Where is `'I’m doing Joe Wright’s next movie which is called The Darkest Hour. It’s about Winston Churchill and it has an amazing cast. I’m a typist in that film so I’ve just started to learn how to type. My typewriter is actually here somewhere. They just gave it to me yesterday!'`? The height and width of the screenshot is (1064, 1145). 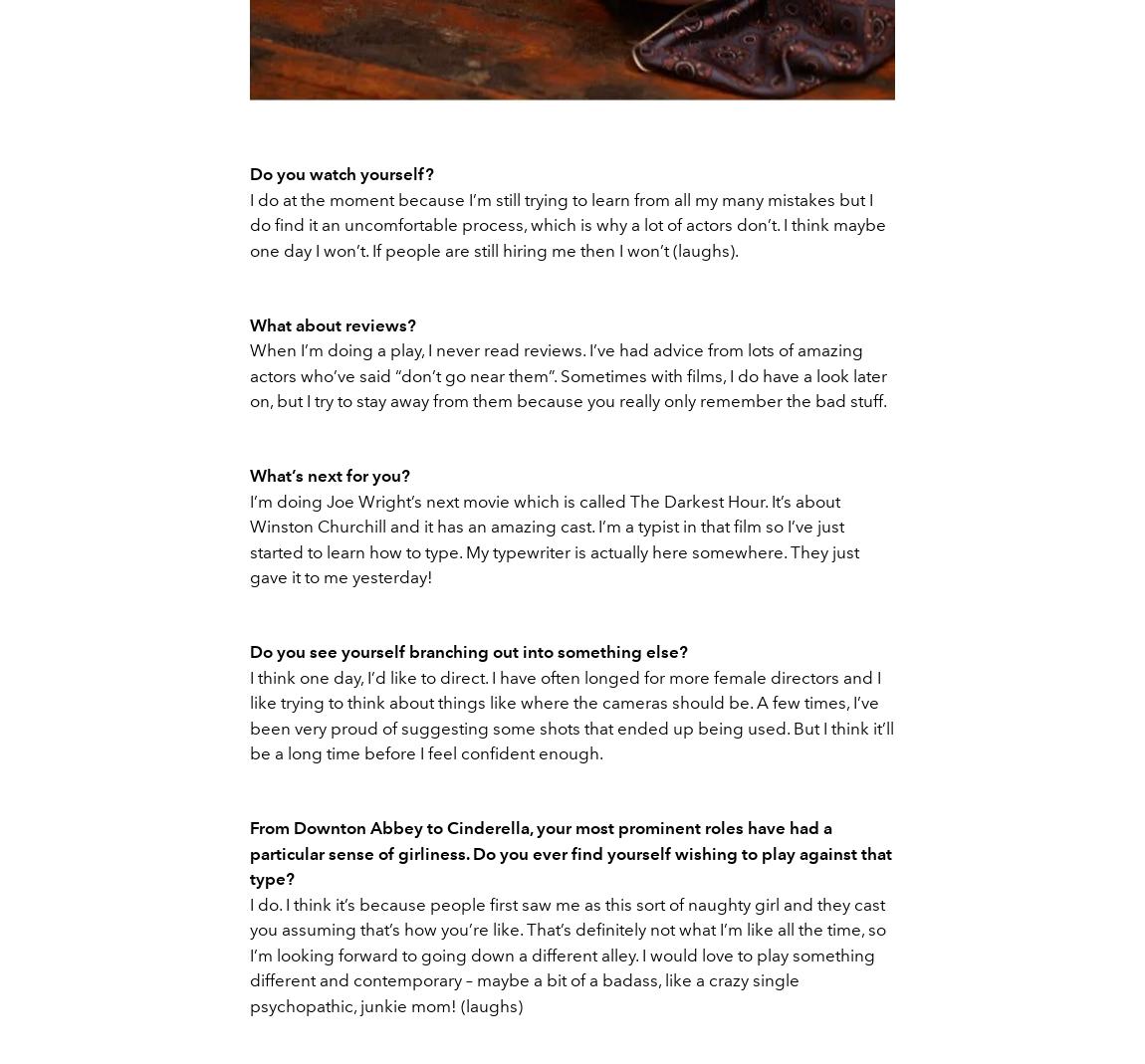
'I’m doing Joe Wright’s next movie which is called The Darkest Hour. It’s about Winston Churchill and it has an amazing cast. I’m a typist in that film so I’ve just started to learn how to type. My typewriter is actually here somewhere. They just gave it to me yesterday!' is located at coordinates (249, 538).